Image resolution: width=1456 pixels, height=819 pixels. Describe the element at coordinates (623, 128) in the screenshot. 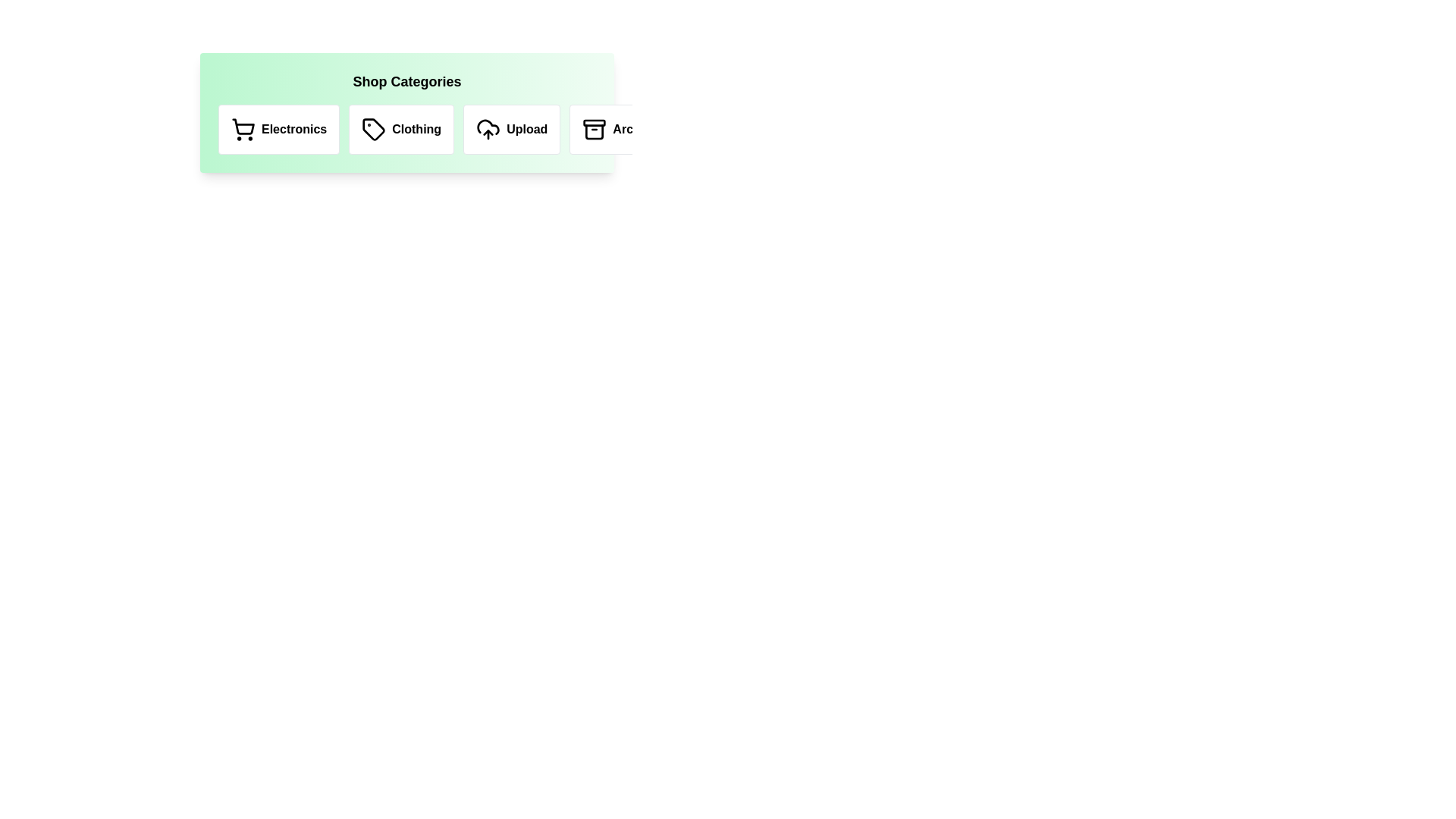

I see `the Archives category icon to trigger its hover effect` at that location.